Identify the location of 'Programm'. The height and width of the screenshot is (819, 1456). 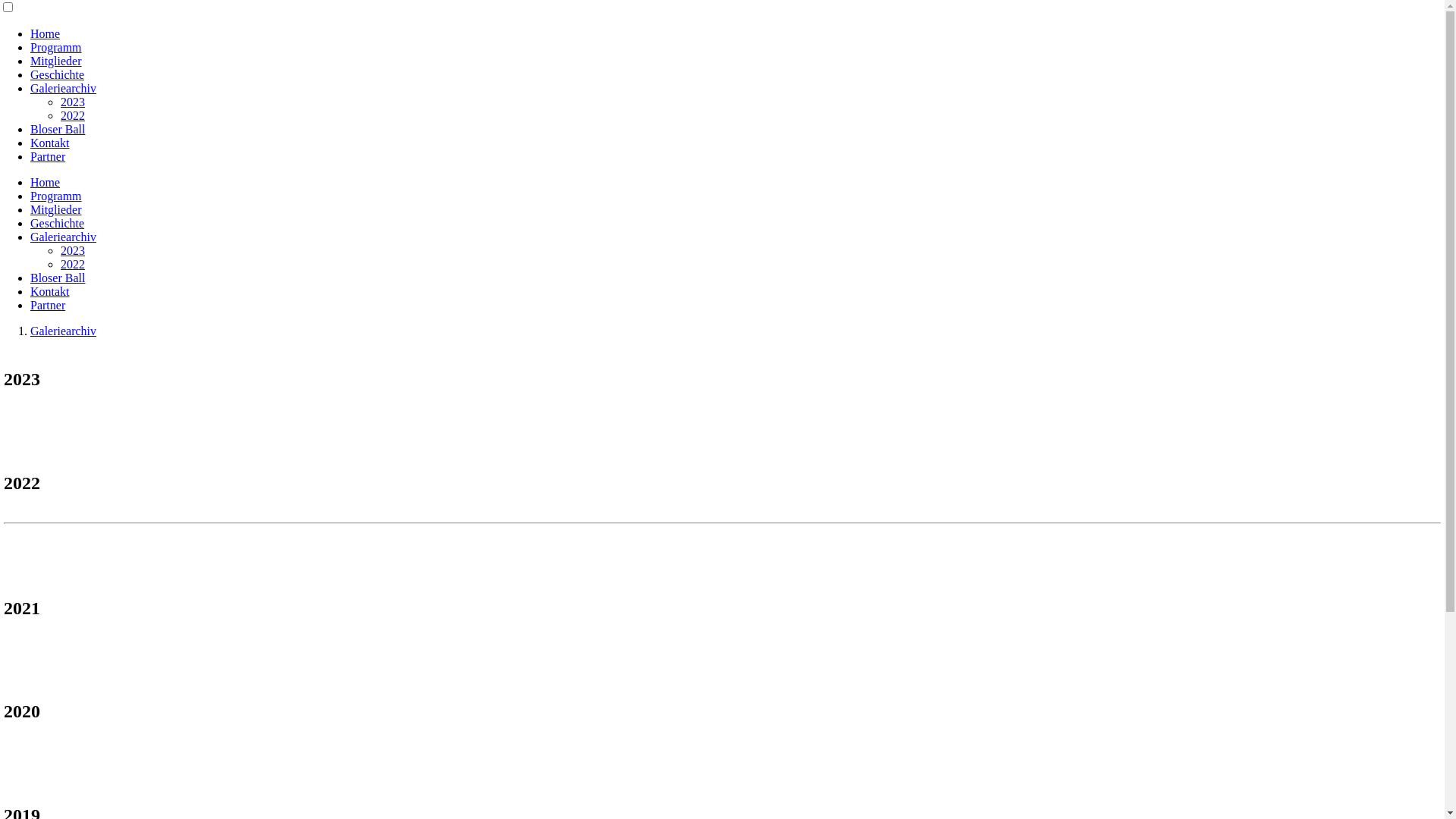
(55, 46).